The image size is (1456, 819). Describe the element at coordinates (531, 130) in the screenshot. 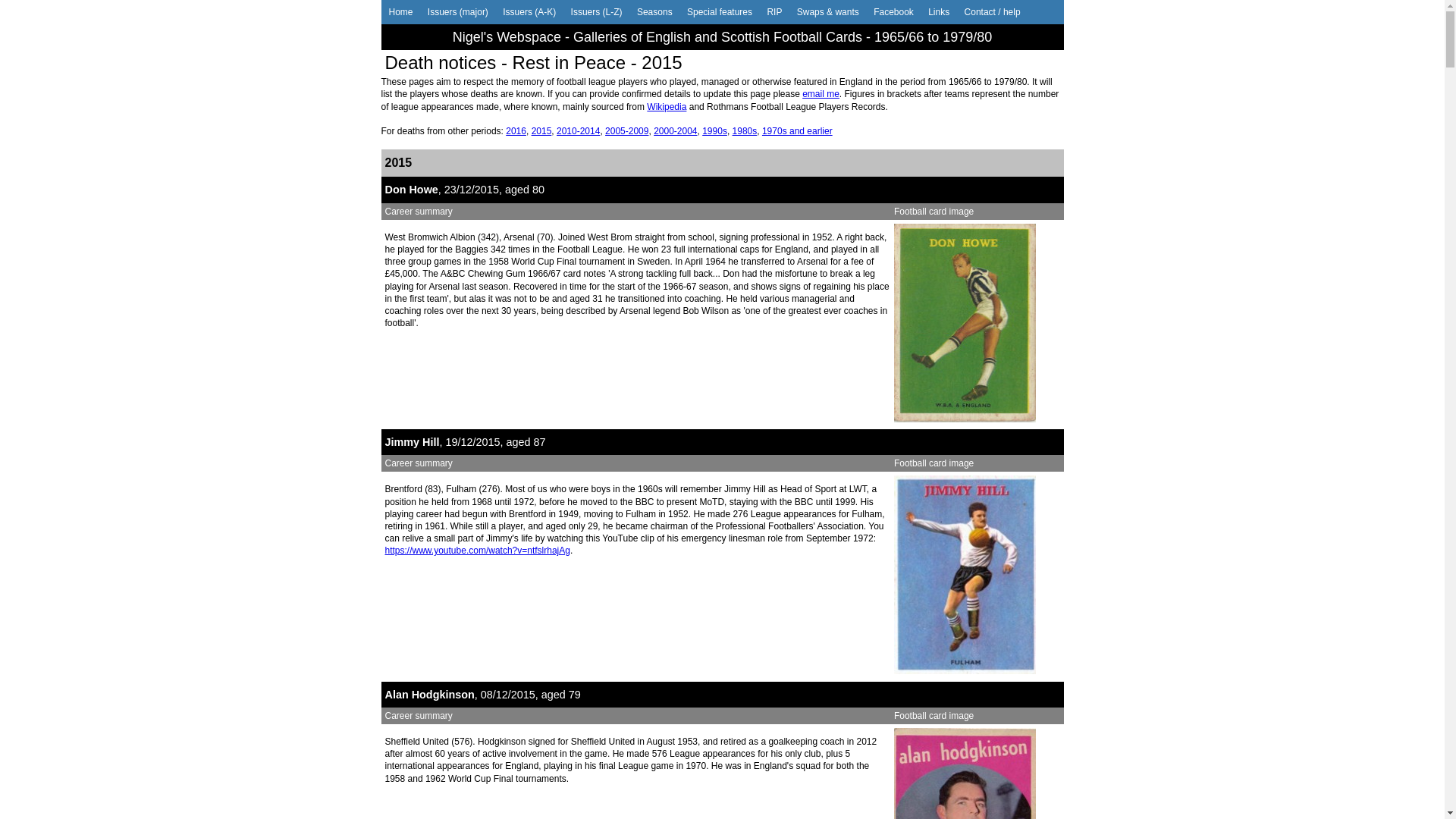

I see `'2015'` at that location.